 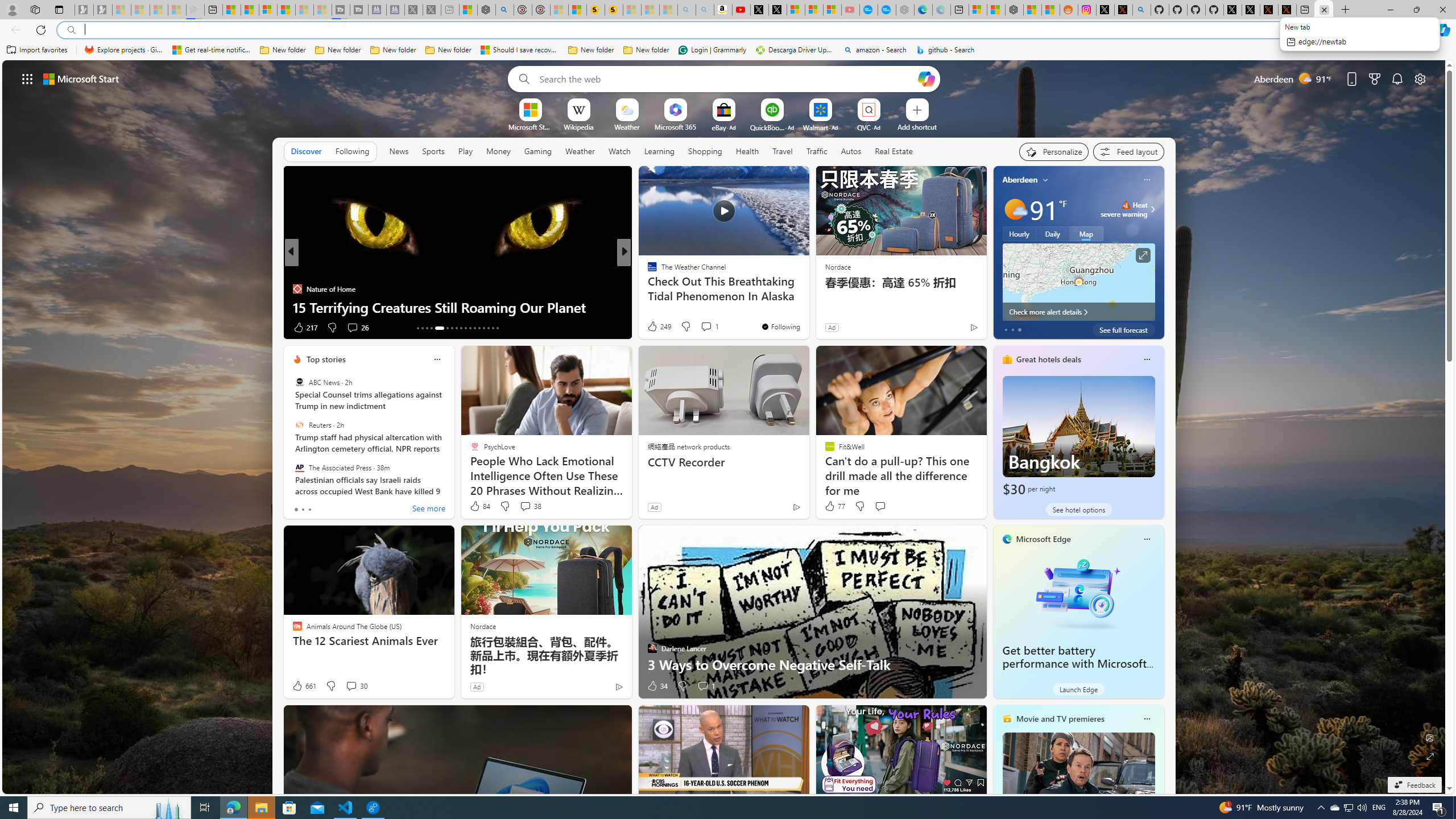 What do you see at coordinates (702, 327) in the screenshot?
I see `'View comments 5 Comment'` at bounding box center [702, 327].